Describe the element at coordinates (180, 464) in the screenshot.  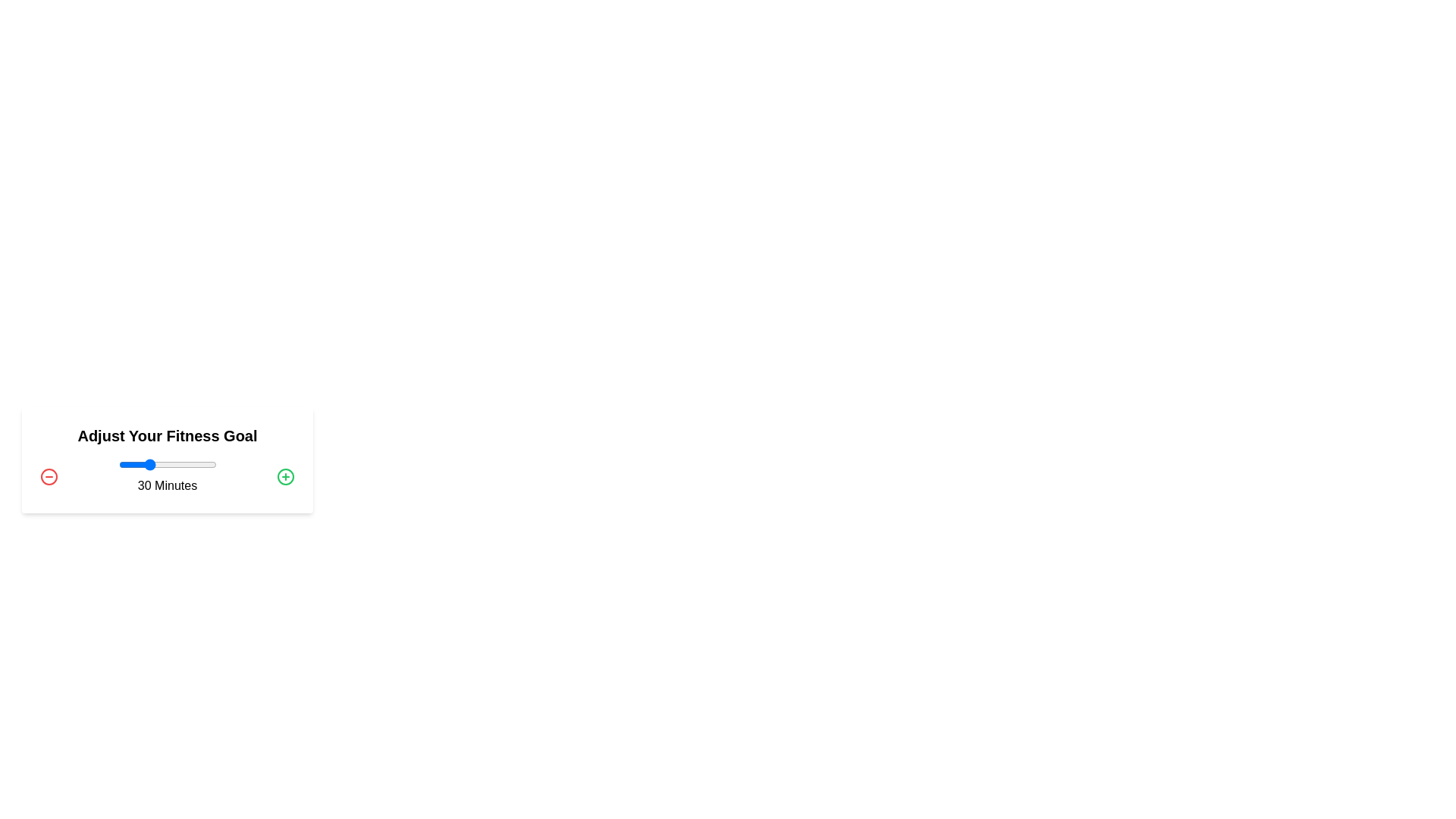
I see `fitness goal` at that location.